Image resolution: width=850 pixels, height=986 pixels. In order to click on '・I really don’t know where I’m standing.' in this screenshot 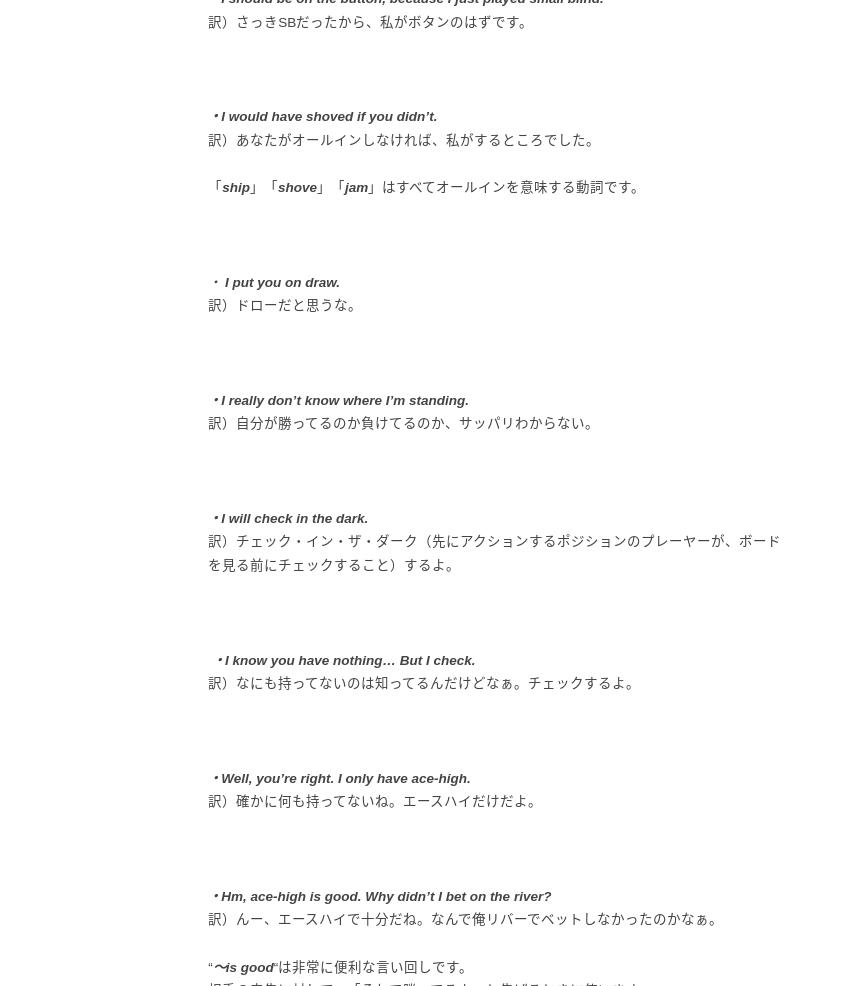, I will do `click(337, 398)`.